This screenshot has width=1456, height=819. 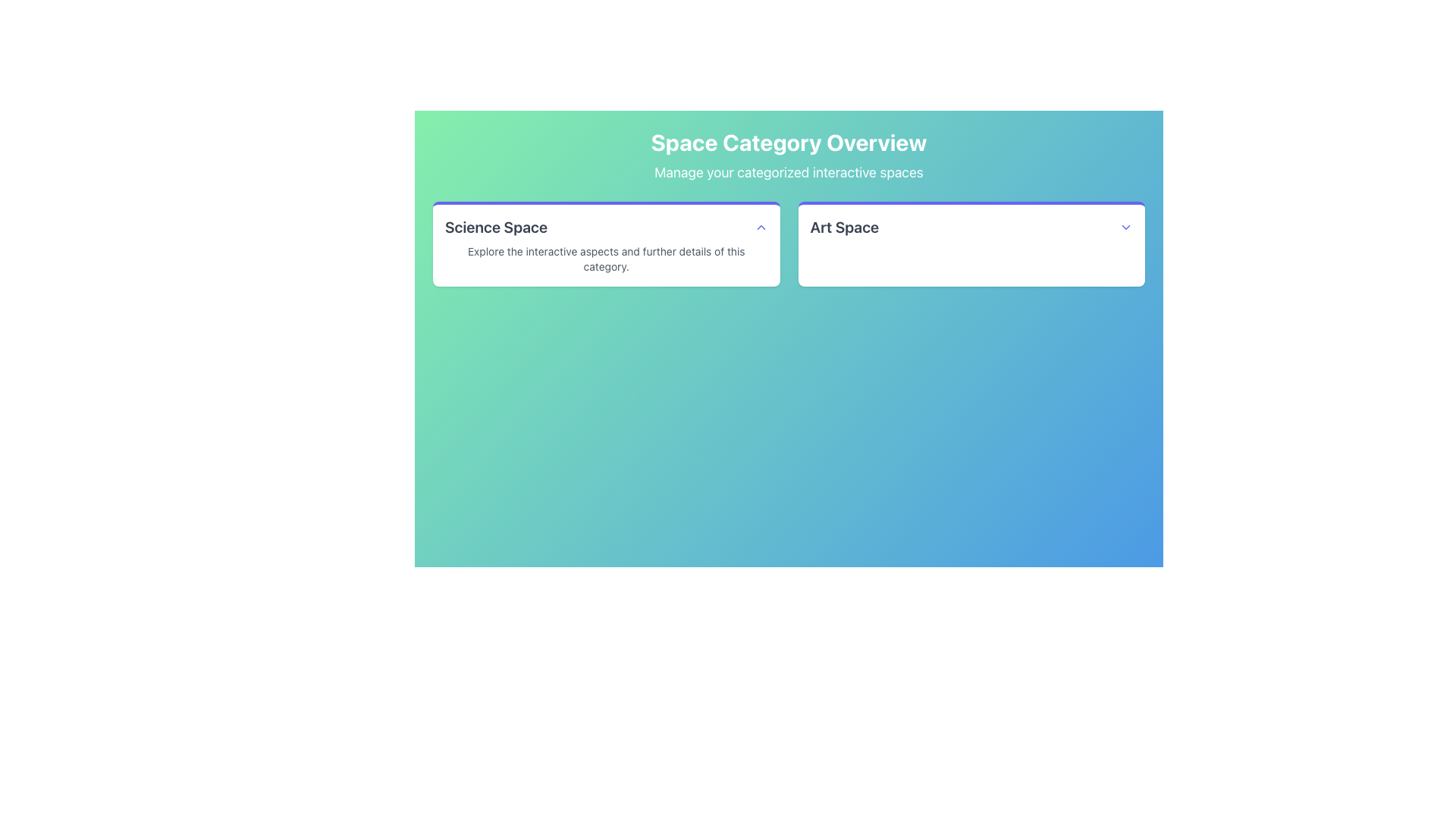 I want to click on the static text element located beneath the header 'Space Category Overview', which serves as a descriptive subtitle for additional context, so click(x=789, y=171).